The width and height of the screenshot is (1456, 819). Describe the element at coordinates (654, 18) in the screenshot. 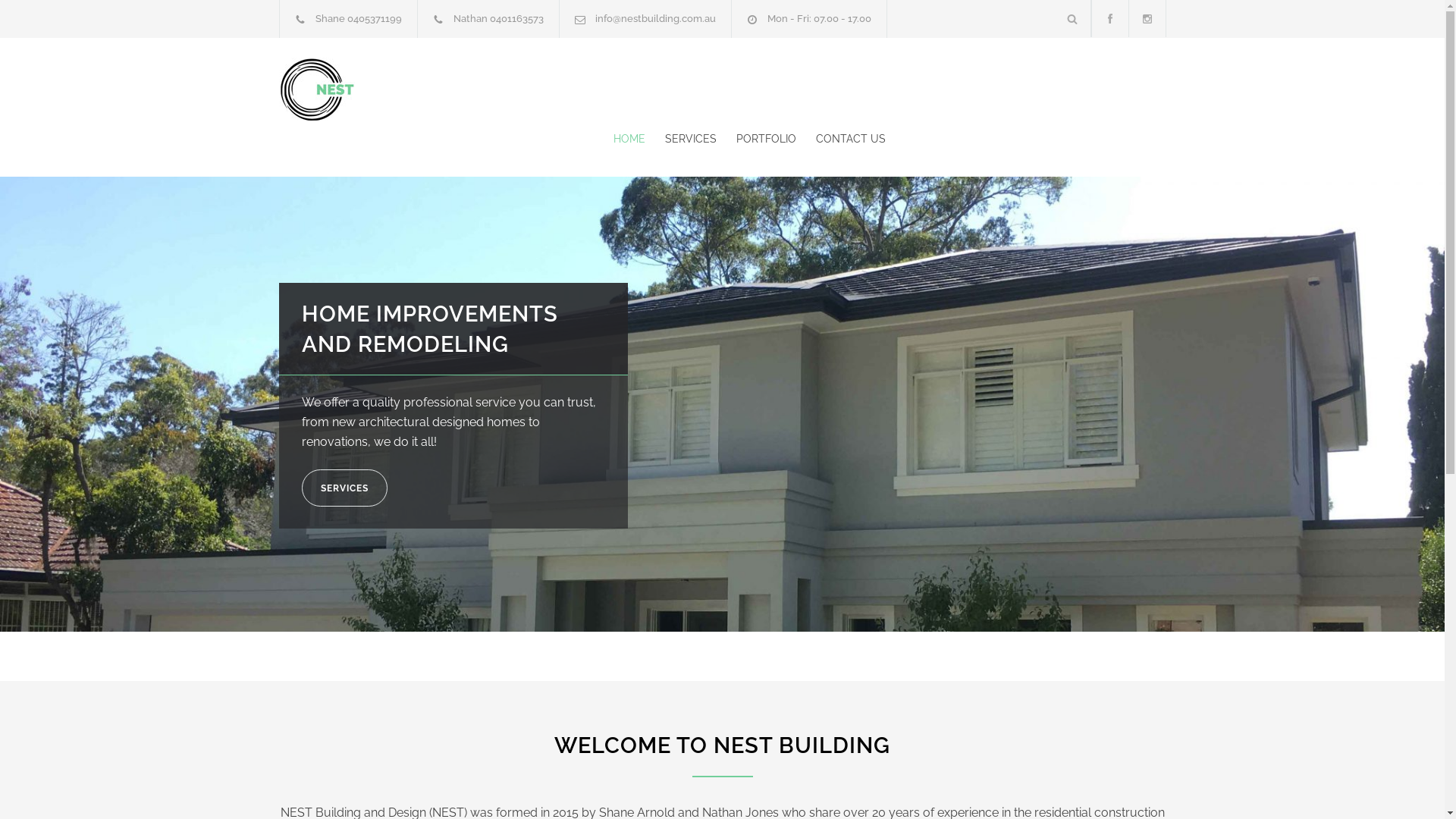

I see `'info@nestbuilding.com.au'` at that location.